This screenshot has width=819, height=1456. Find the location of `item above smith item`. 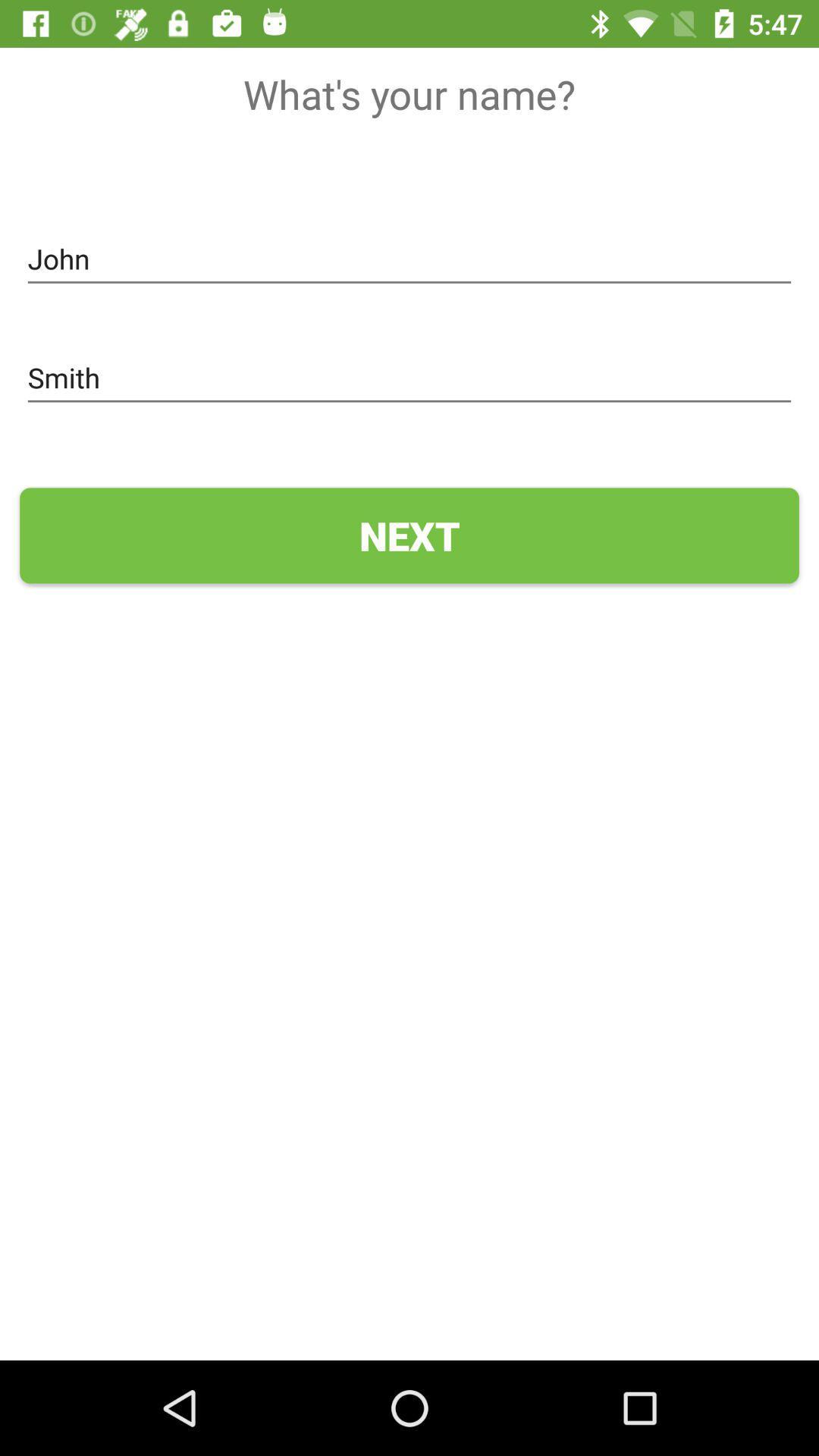

item above smith item is located at coordinates (409, 259).